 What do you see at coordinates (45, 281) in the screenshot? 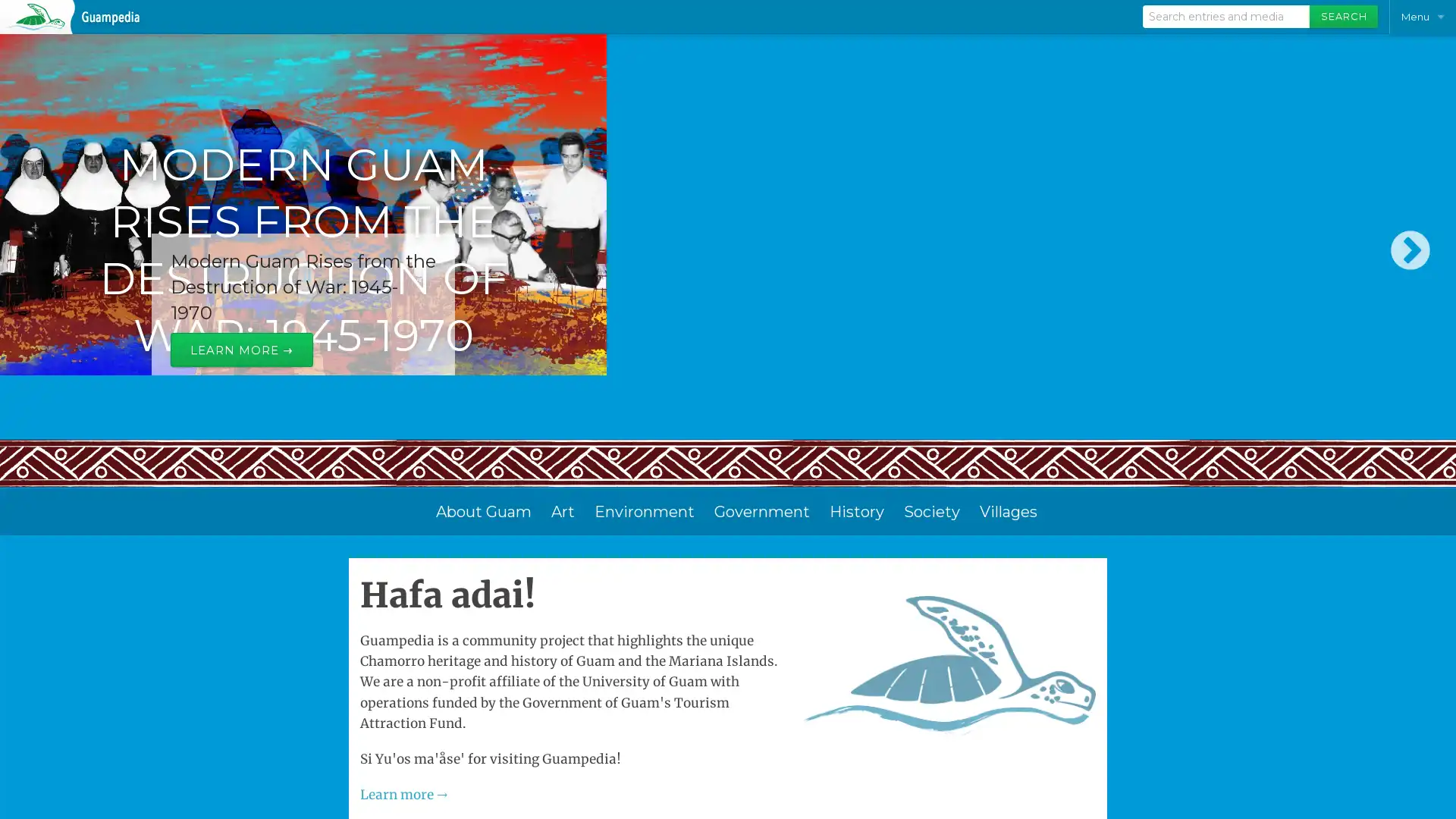
I see `Previous` at bounding box center [45, 281].